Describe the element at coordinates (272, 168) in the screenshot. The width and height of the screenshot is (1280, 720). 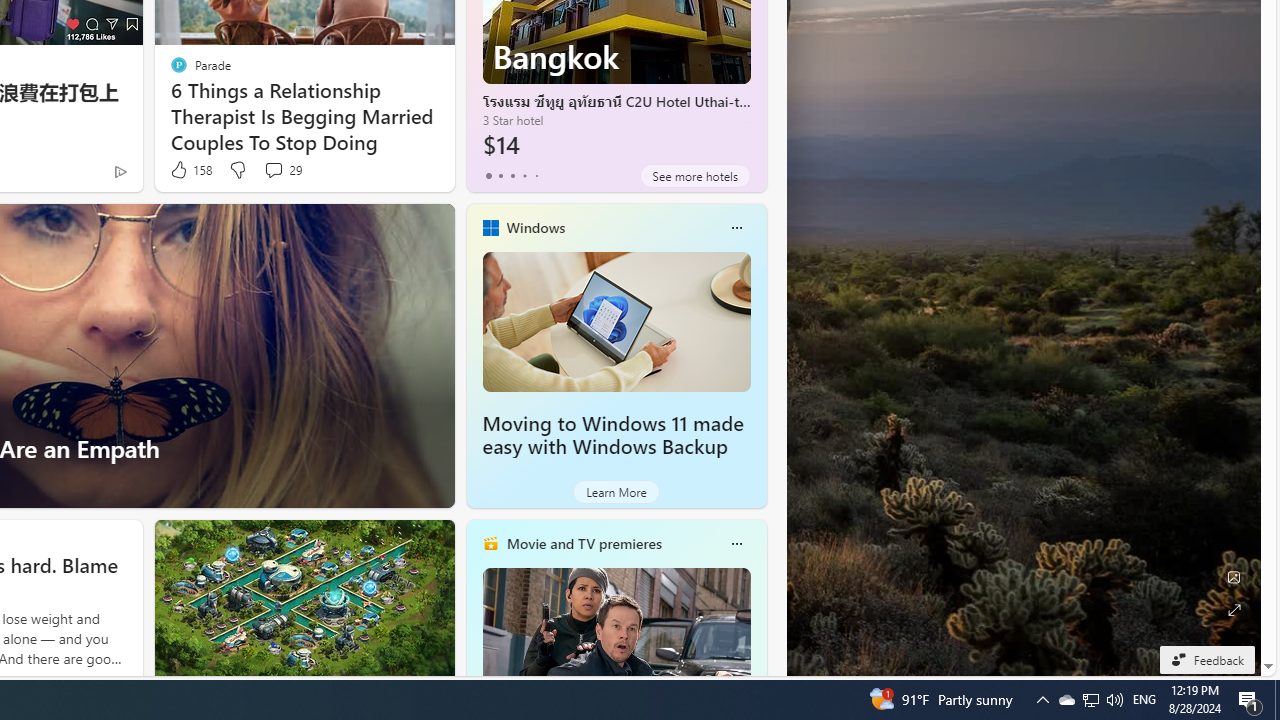
I see `'View comments 29 Comment'` at that location.